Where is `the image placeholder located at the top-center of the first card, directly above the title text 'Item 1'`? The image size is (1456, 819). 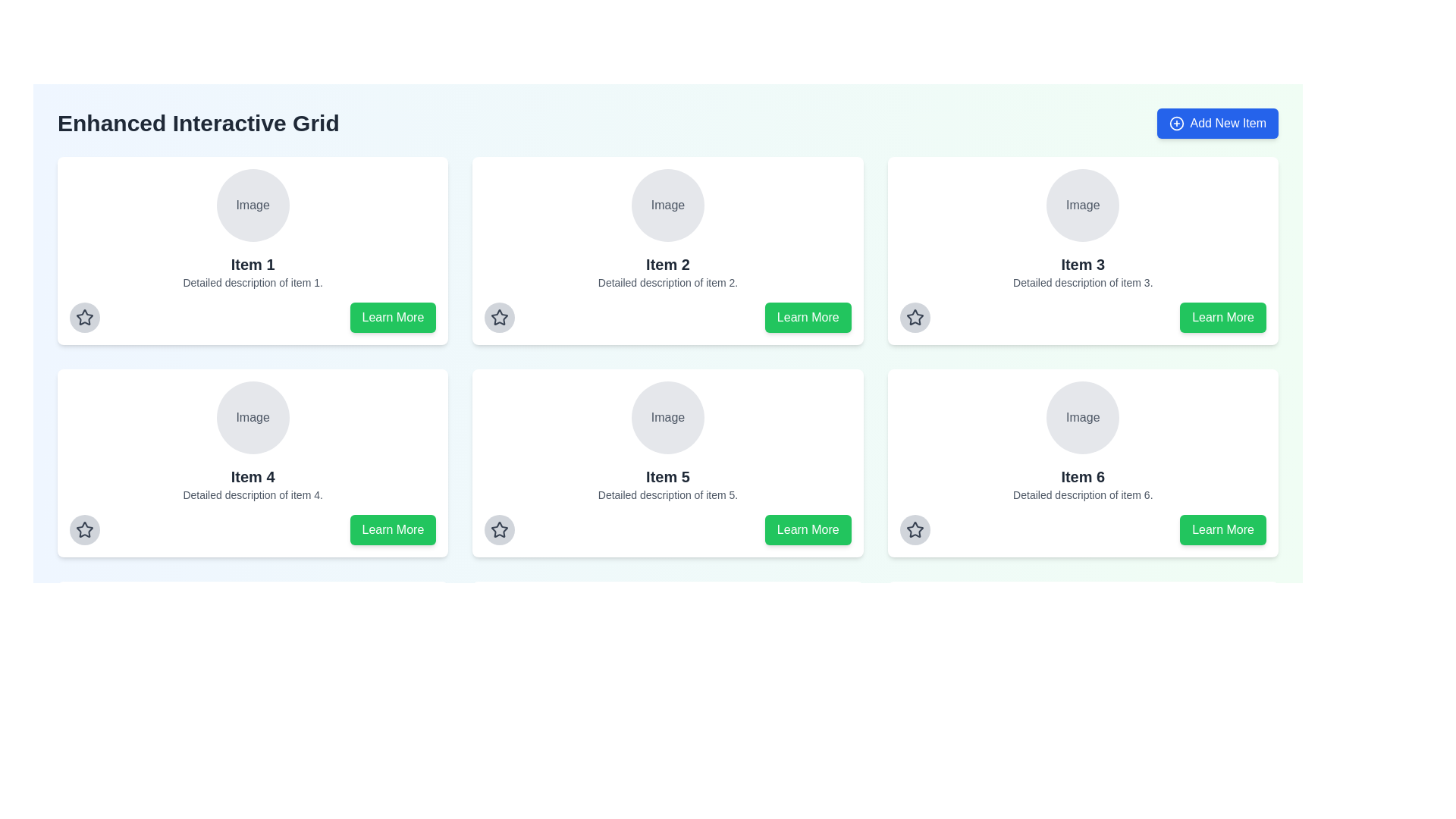
the image placeholder located at the top-center of the first card, directly above the title text 'Item 1' is located at coordinates (253, 205).